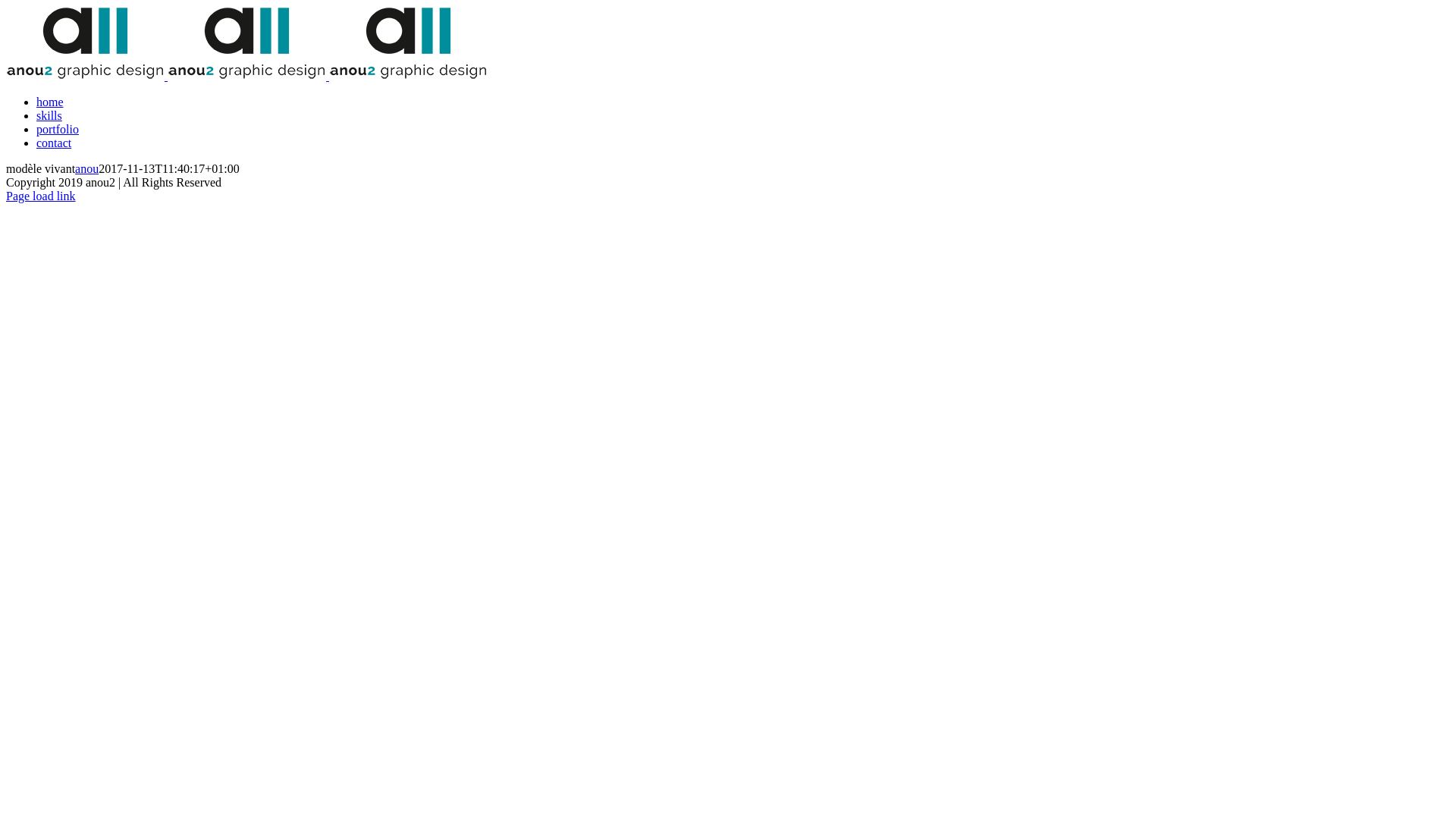  Describe the element at coordinates (40, 195) in the screenshot. I see `'Page load link'` at that location.